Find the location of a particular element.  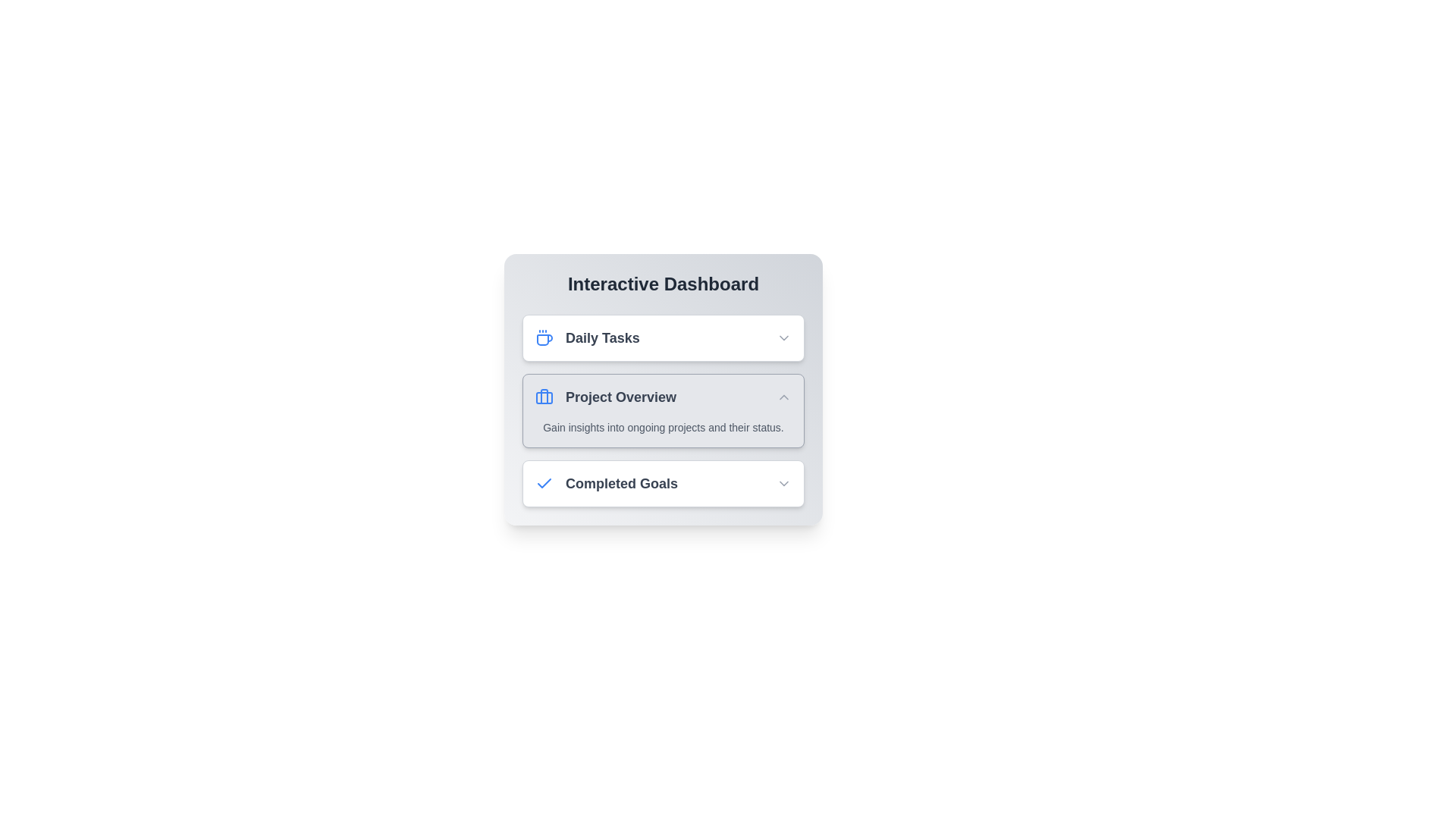

the section titled Project Overview to toggle its expanded state is located at coordinates (663, 397).